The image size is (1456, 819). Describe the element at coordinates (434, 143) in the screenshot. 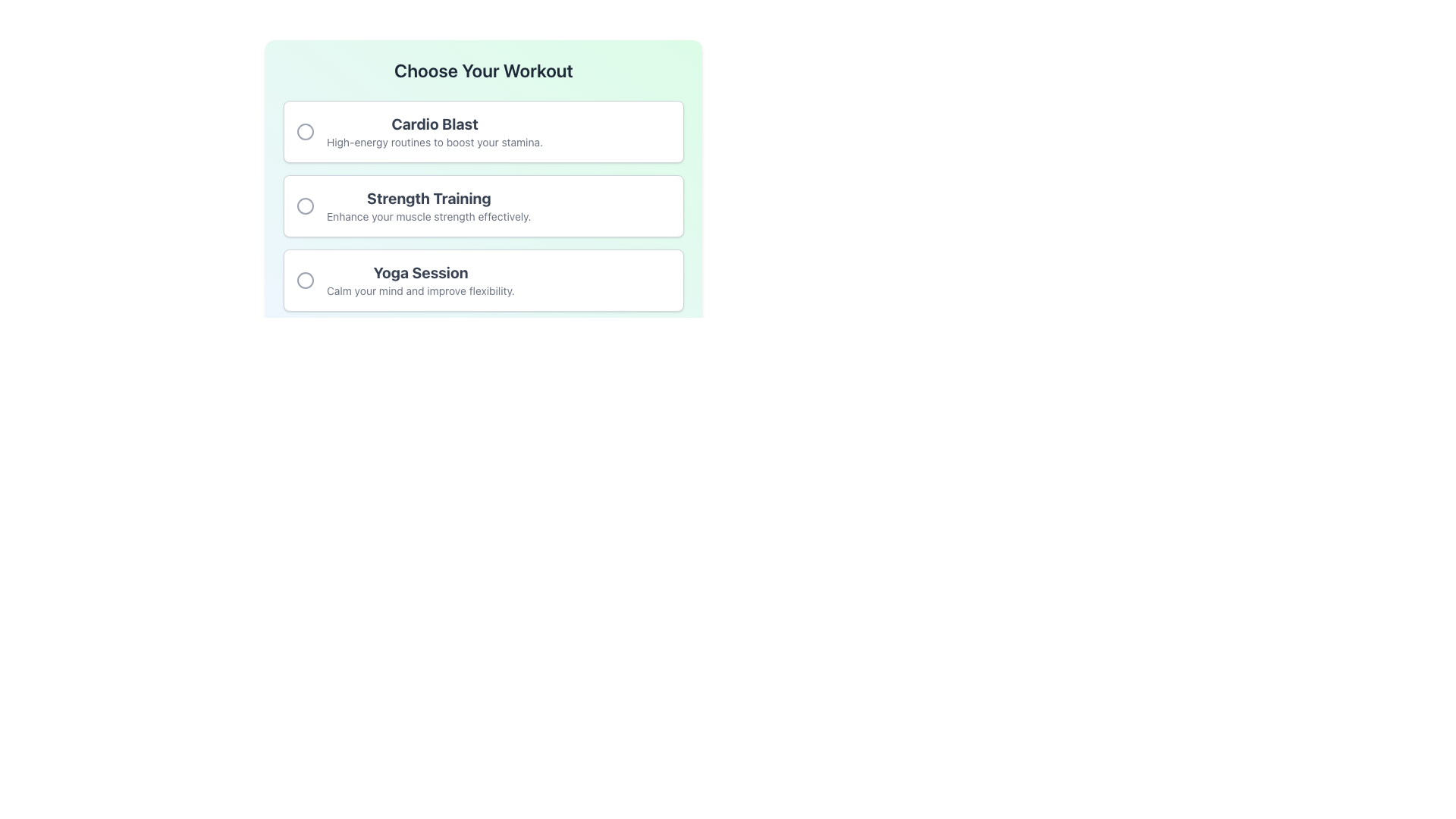

I see `the informational text label that provides details about the 'Cardio Blast' workout option, located below the 'Cardio Blast' text` at that location.